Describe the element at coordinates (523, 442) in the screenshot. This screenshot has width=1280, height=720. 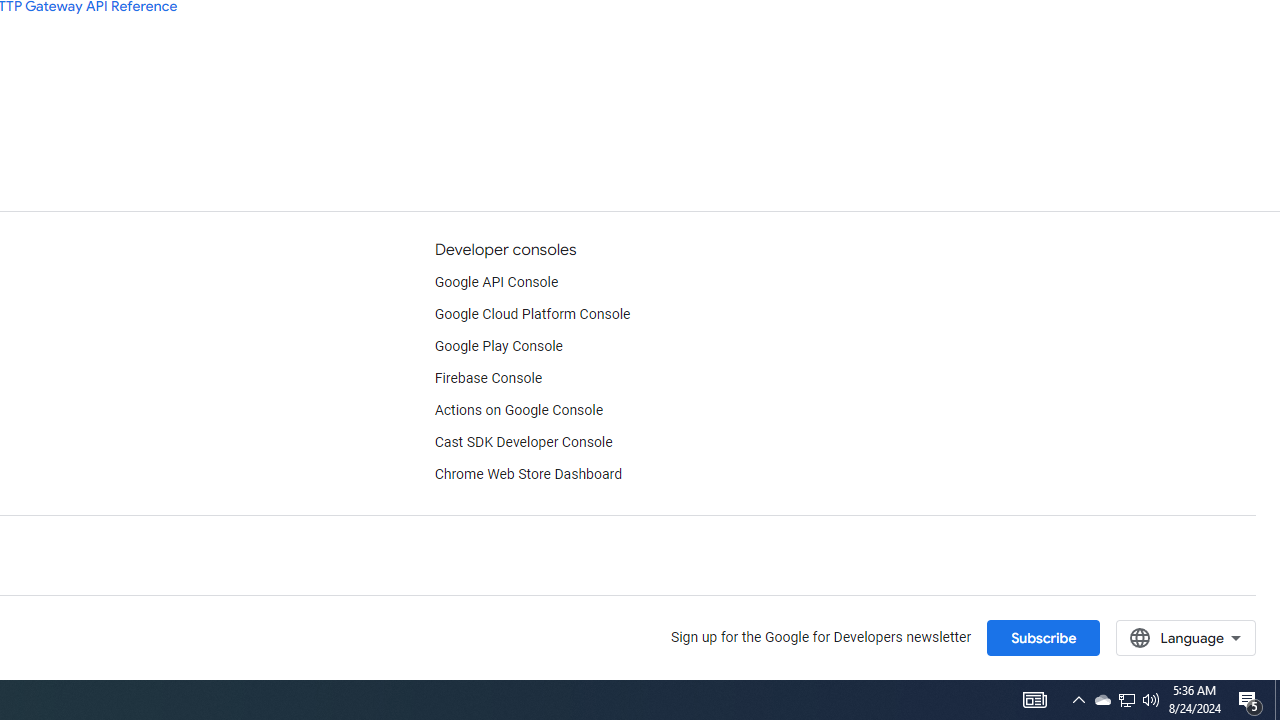
I see `'Cast SDK Developer Console'` at that location.